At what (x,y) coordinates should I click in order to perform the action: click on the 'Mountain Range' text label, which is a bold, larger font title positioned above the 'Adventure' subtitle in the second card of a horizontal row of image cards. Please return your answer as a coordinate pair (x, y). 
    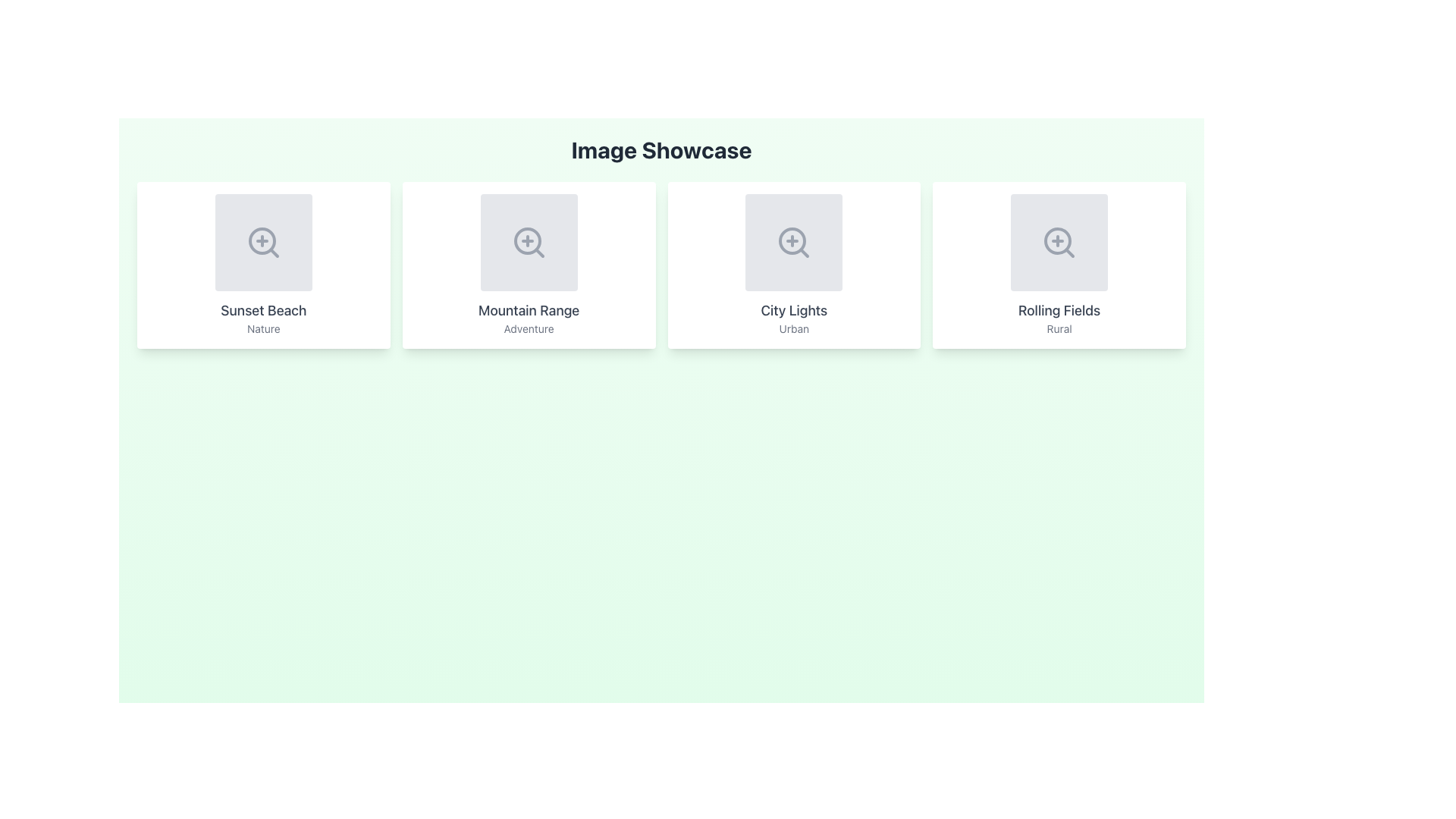
    Looking at the image, I should click on (529, 309).